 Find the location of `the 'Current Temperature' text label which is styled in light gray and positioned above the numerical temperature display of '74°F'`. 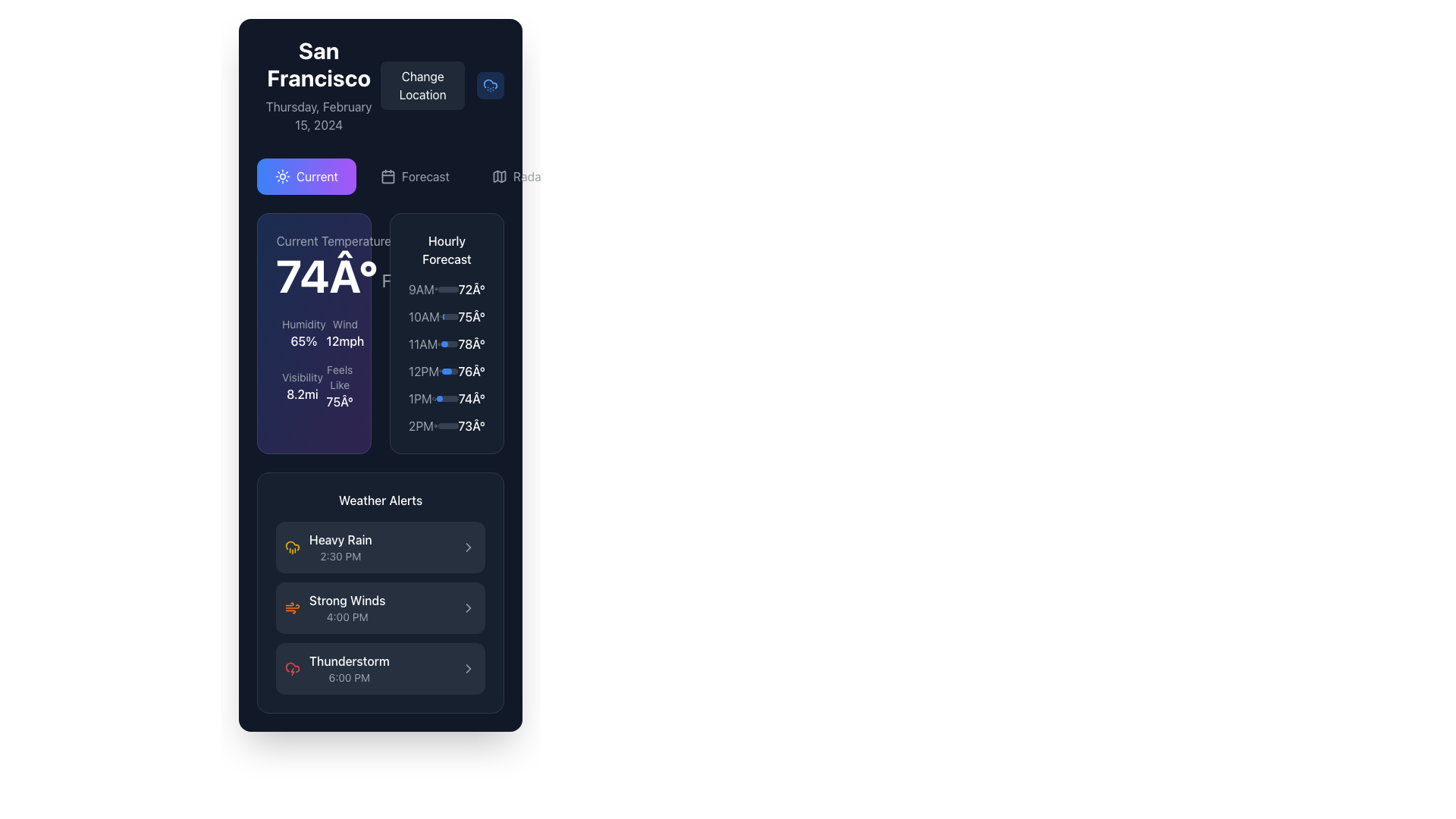

the 'Current Temperature' text label which is styled in light gray and positioned above the numerical temperature display of '74°F' is located at coordinates (333, 240).